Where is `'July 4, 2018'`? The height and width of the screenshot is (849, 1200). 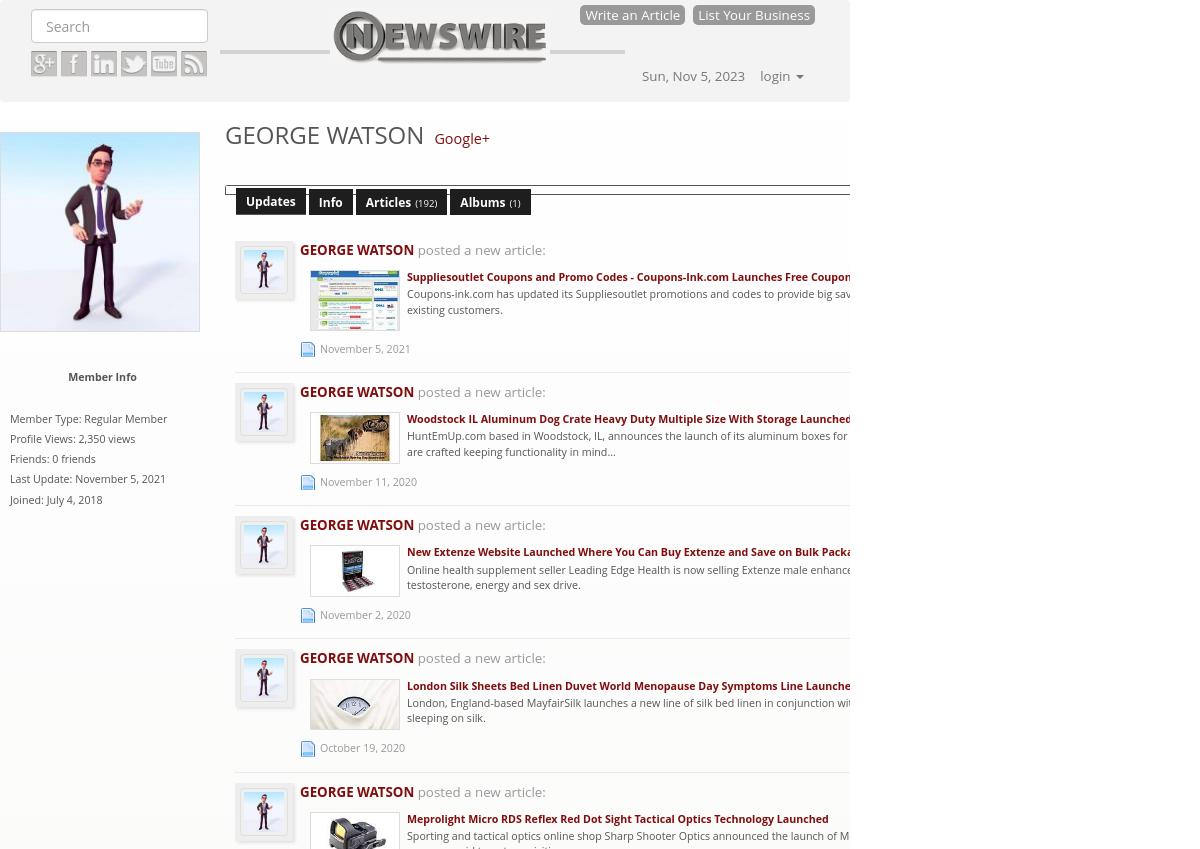 'July 4, 2018' is located at coordinates (74, 498).